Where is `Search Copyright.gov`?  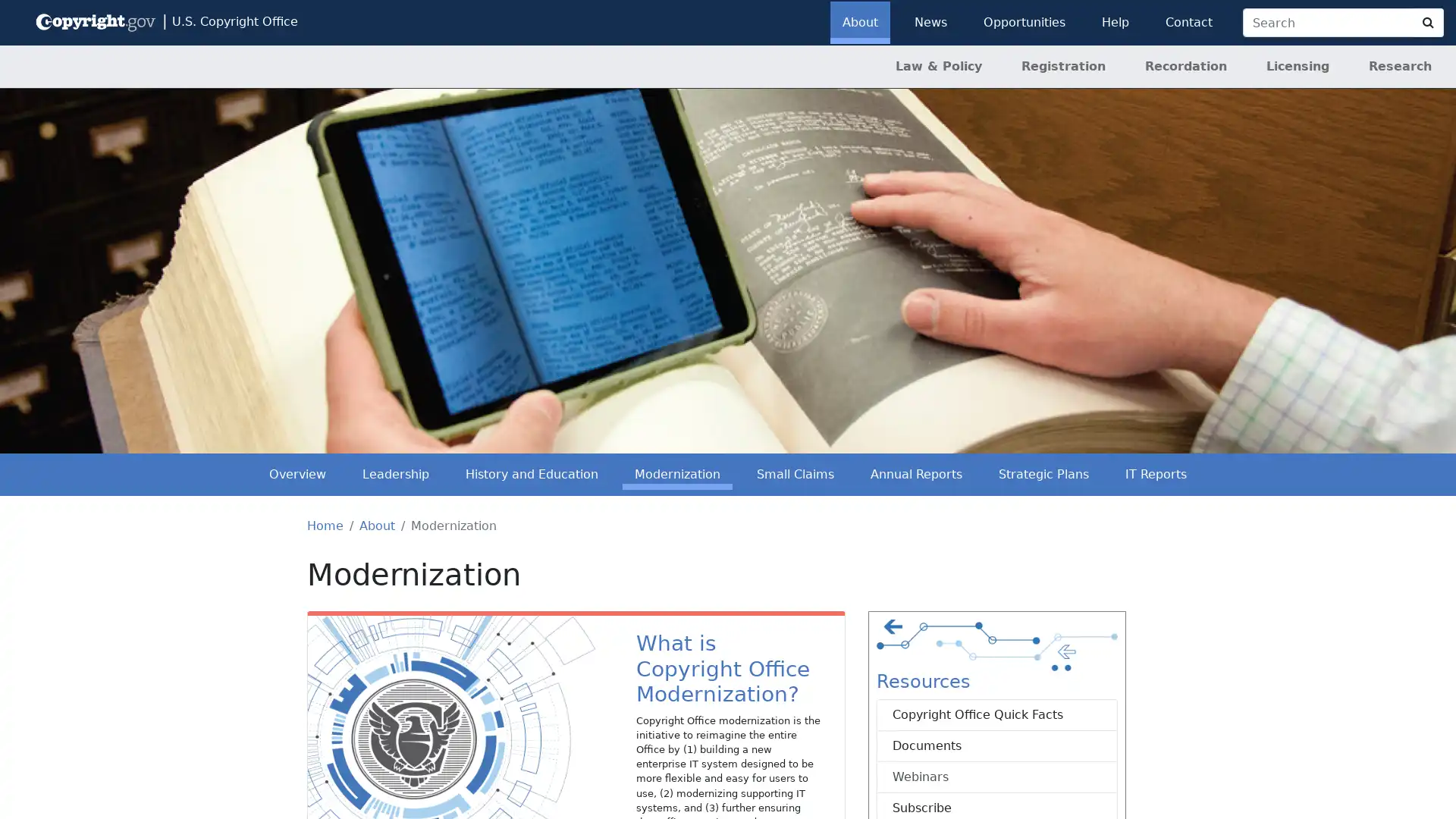 Search Copyright.gov is located at coordinates (1427, 23).